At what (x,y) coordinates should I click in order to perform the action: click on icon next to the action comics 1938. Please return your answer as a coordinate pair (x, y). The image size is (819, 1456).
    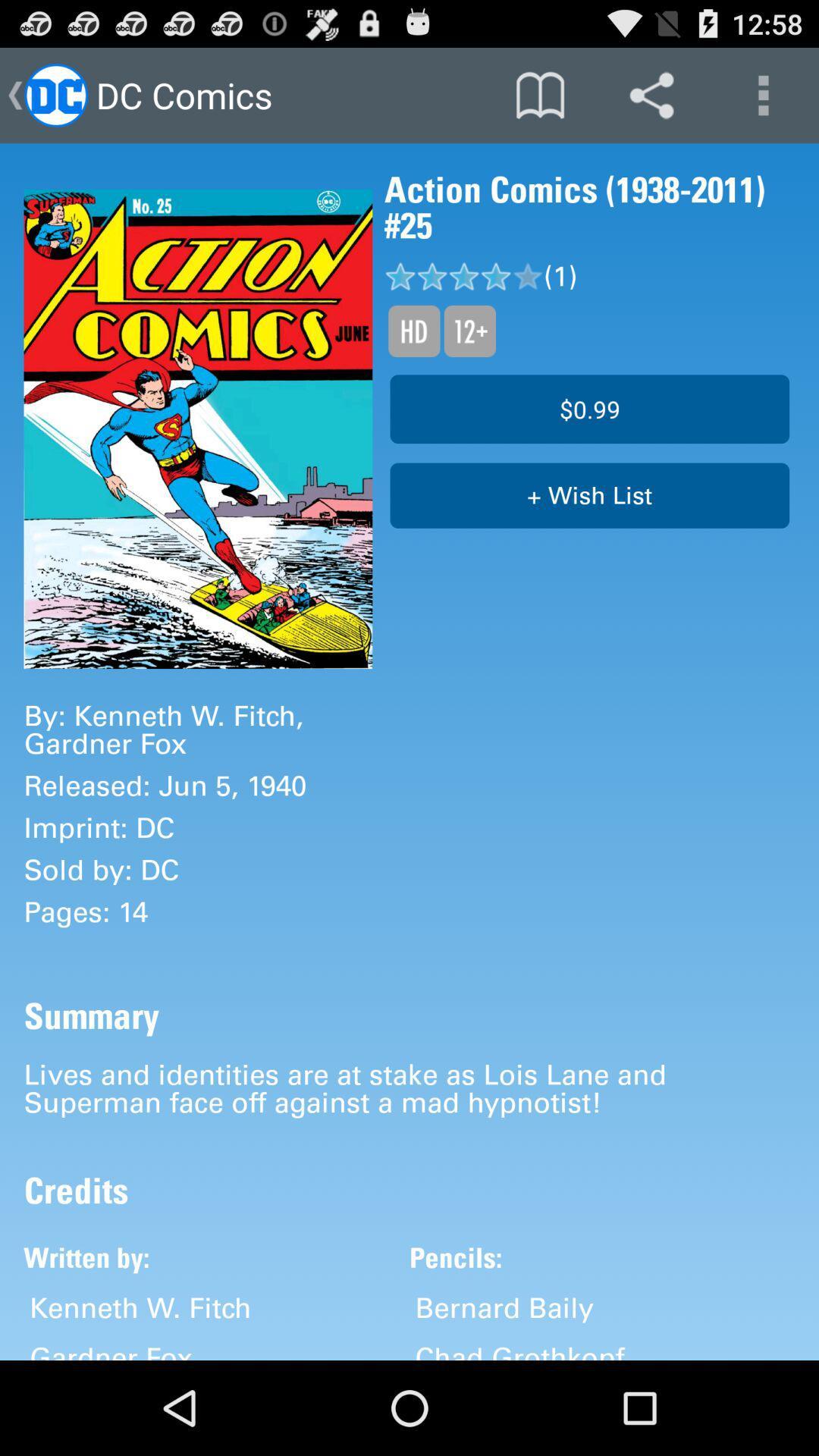
    Looking at the image, I should click on (197, 428).